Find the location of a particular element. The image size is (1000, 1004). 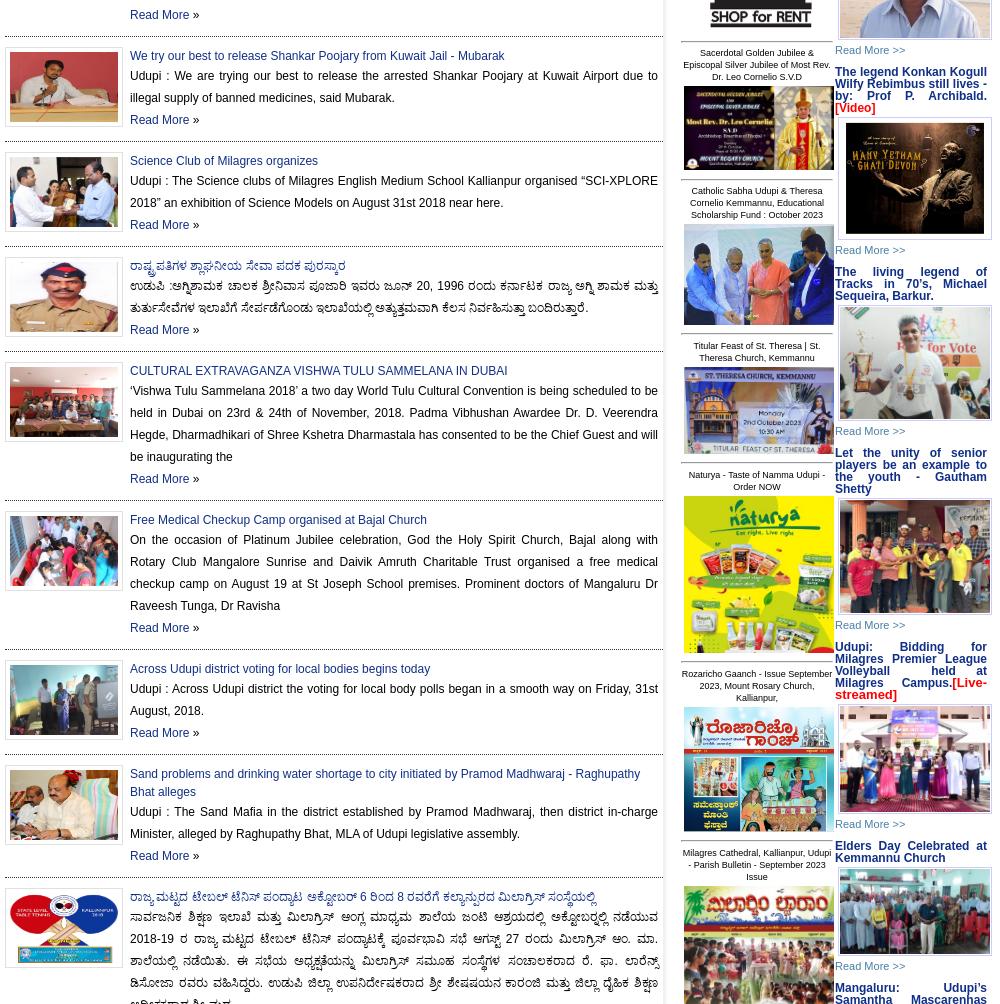

'Udupi : We are trying our best to release the arrested Shankar Poojary at Kuwait Airport due to illegal supply of banned medicines, said Mubarak.' is located at coordinates (394, 87).